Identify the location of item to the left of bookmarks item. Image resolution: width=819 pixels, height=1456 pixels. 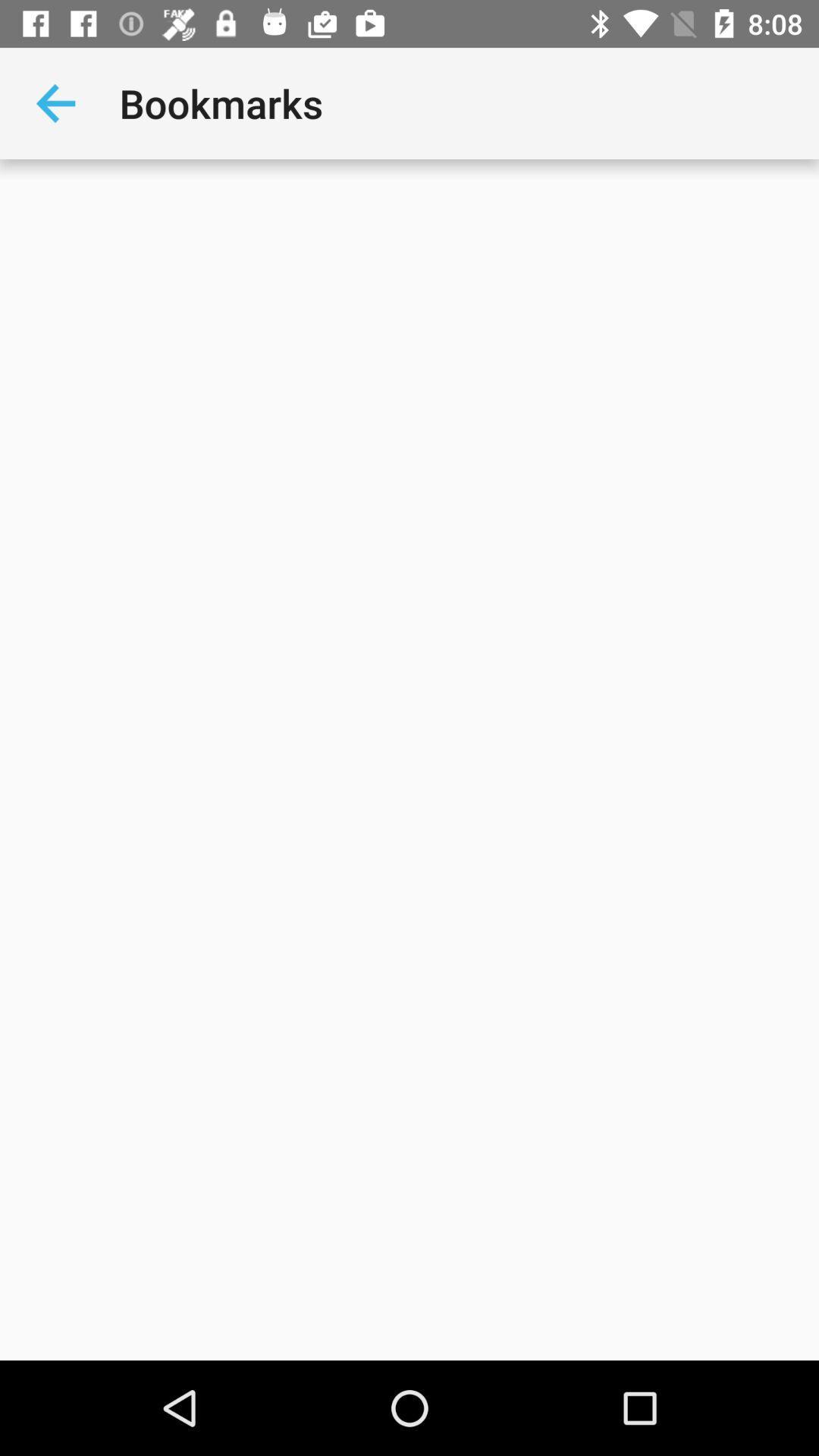
(55, 102).